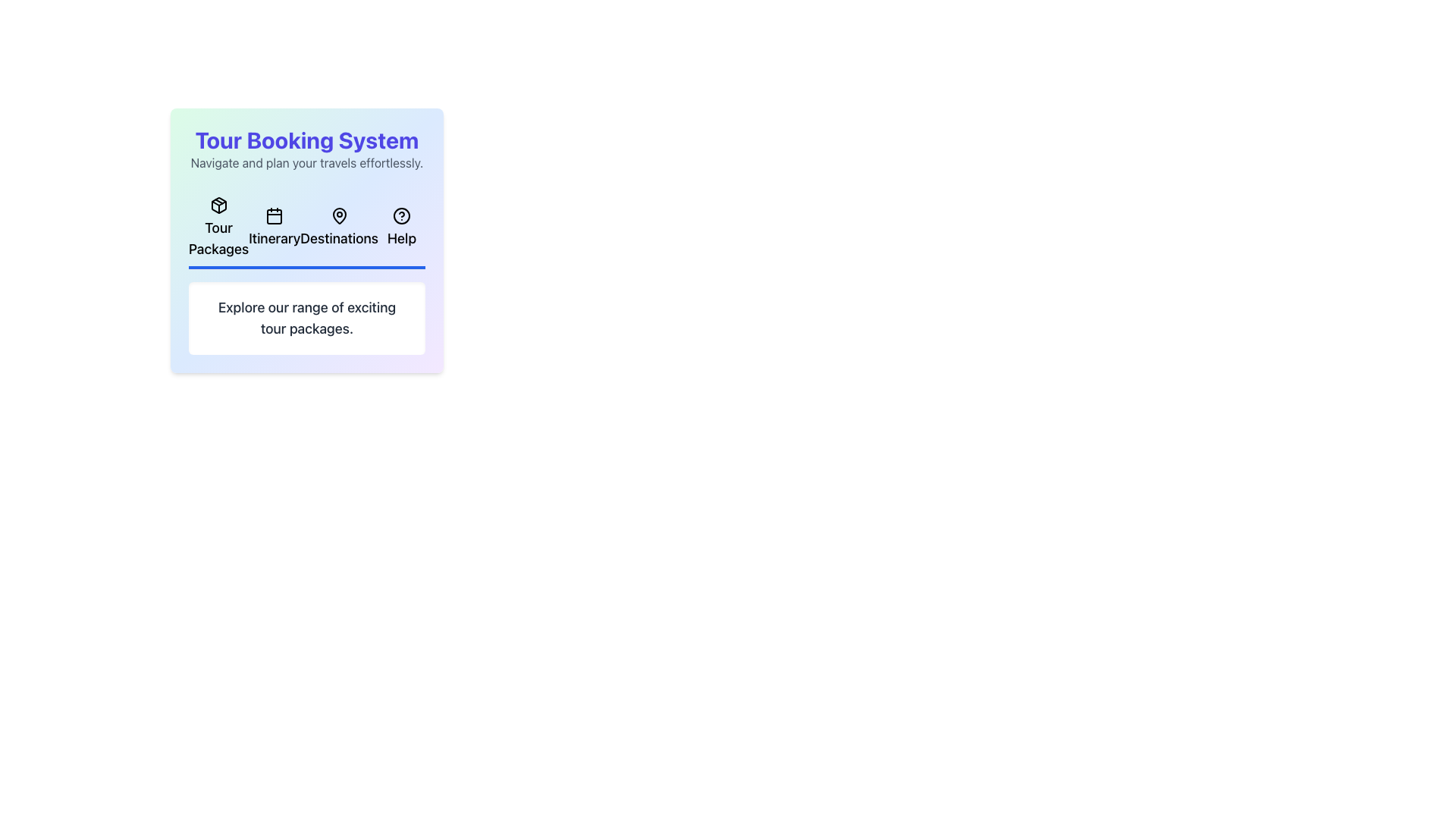 This screenshot has height=819, width=1456. Describe the element at coordinates (275, 216) in the screenshot. I see `the calendar icon representing the itinerary functionality, located second from the left above the text 'Itinerary'` at that location.